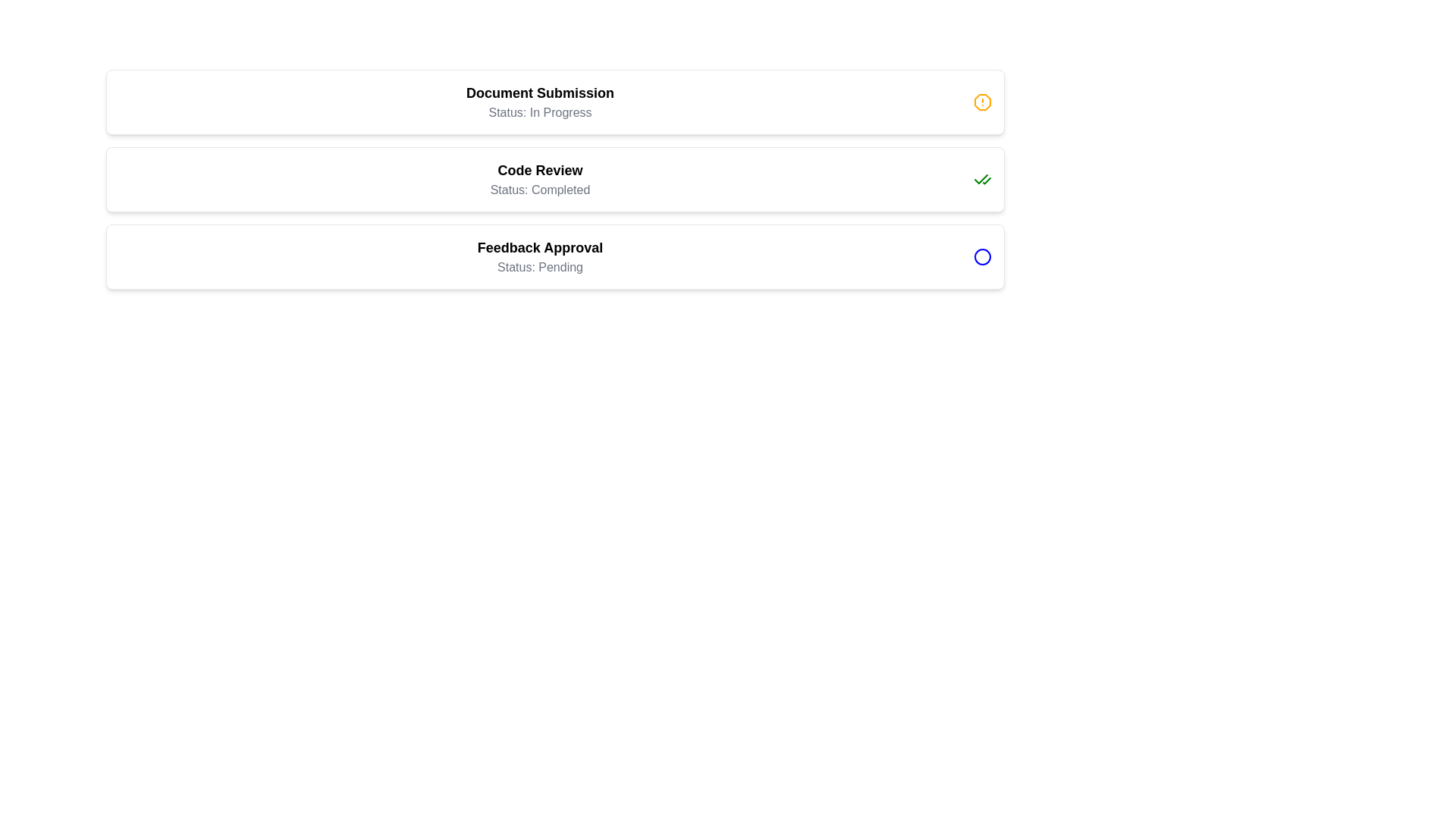  What do you see at coordinates (540, 112) in the screenshot?
I see `the text label displaying 'Status: In Progress' which is styled in gray and located below the heading 'Document Submission' in the status card component` at bounding box center [540, 112].